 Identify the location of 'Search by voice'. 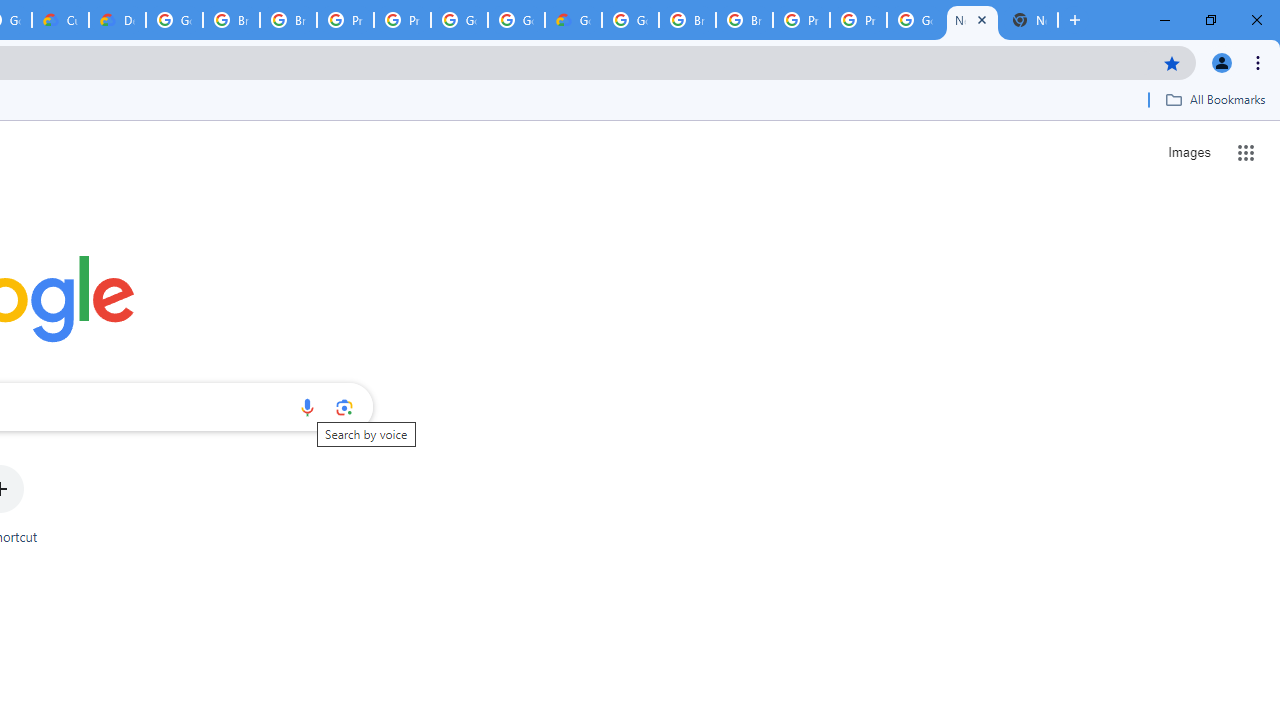
(306, 406).